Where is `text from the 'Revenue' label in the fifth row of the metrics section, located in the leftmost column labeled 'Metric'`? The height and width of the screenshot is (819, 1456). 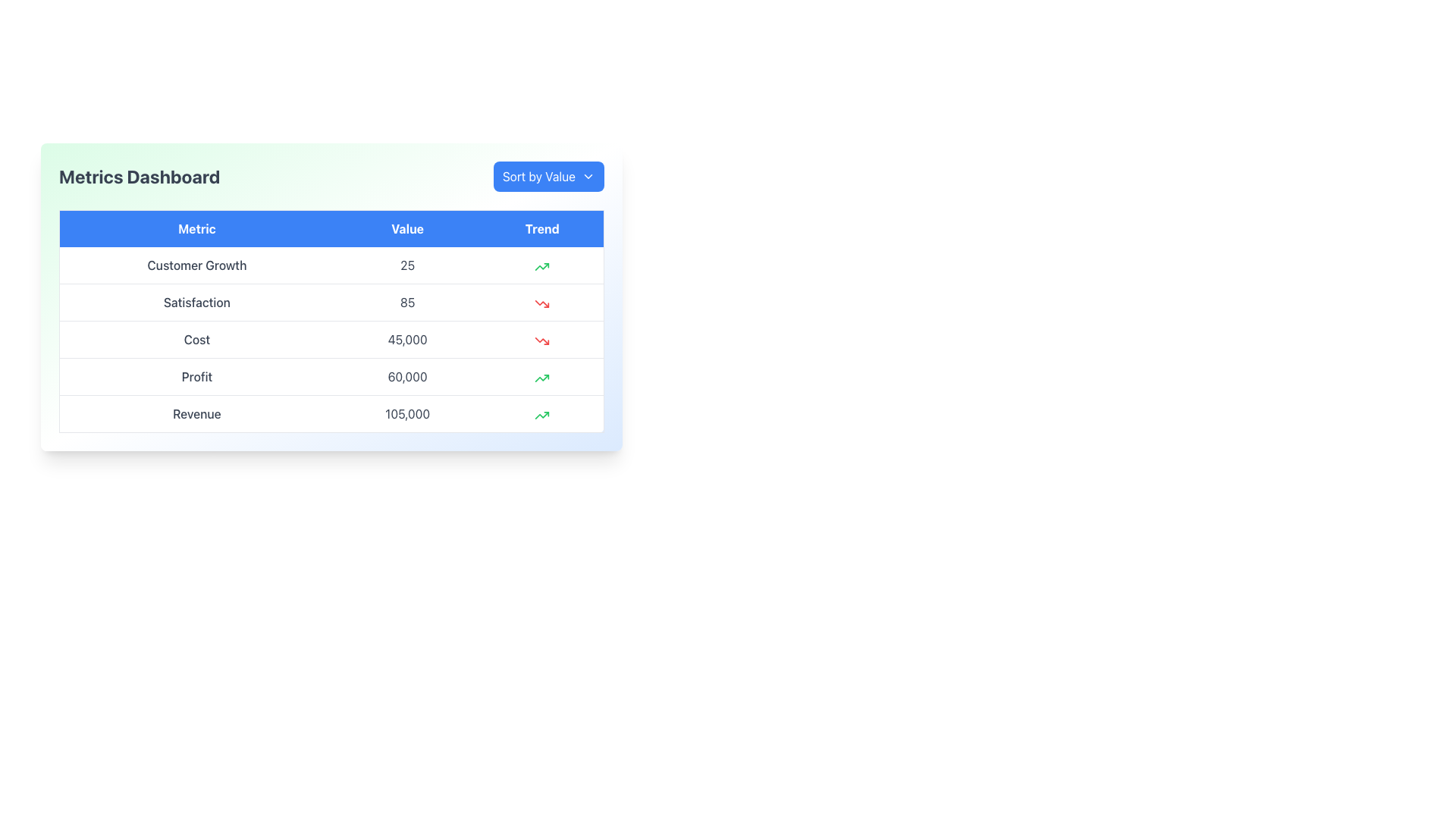
text from the 'Revenue' label in the fifth row of the metrics section, located in the leftmost column labeled 'Metric' is located at coordinates (196, 414).